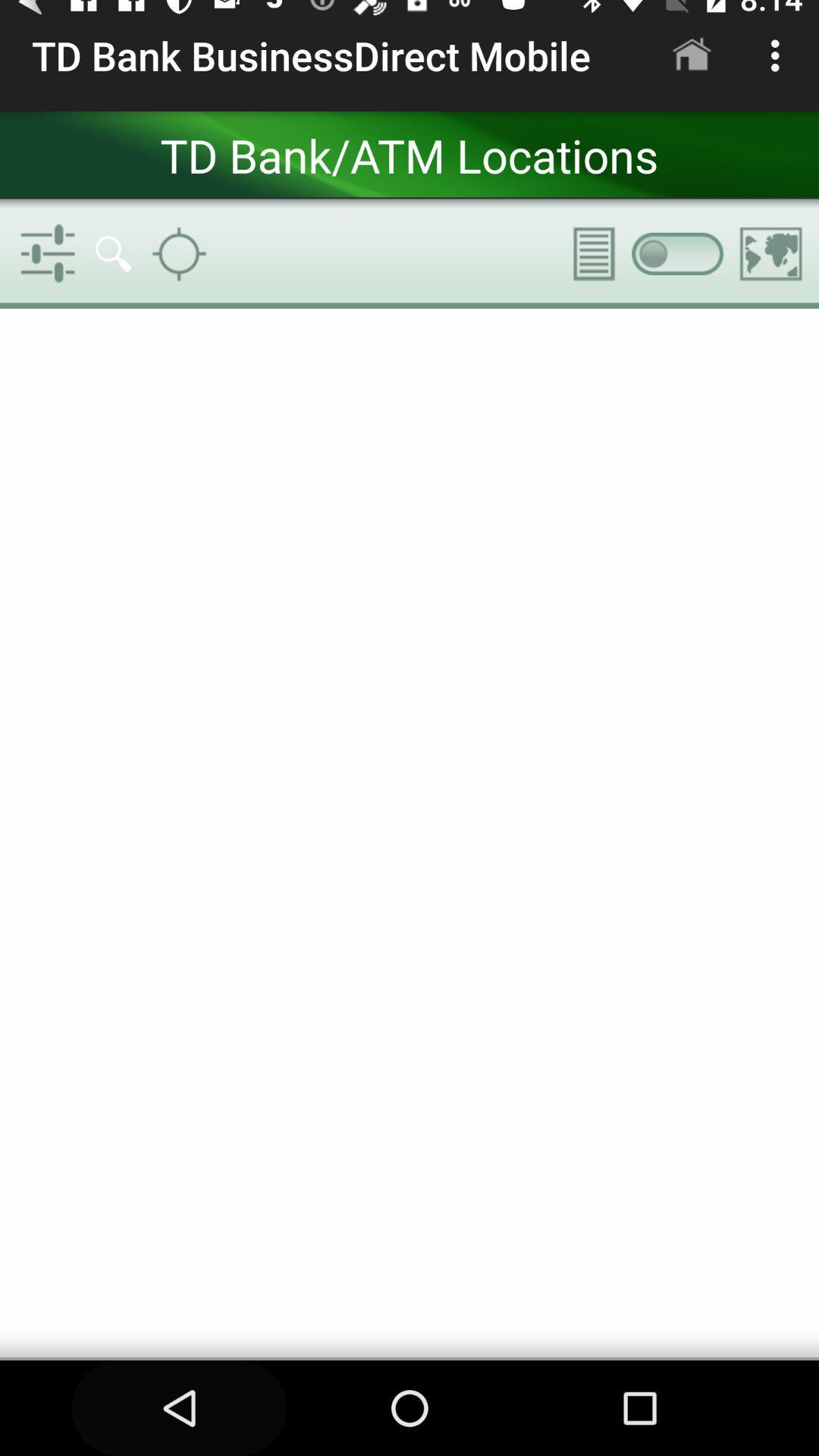  Describe the element at coordinates (691, 55) in the screenshot. I see `app to the right of the td bank businessdirect icon` at that location.